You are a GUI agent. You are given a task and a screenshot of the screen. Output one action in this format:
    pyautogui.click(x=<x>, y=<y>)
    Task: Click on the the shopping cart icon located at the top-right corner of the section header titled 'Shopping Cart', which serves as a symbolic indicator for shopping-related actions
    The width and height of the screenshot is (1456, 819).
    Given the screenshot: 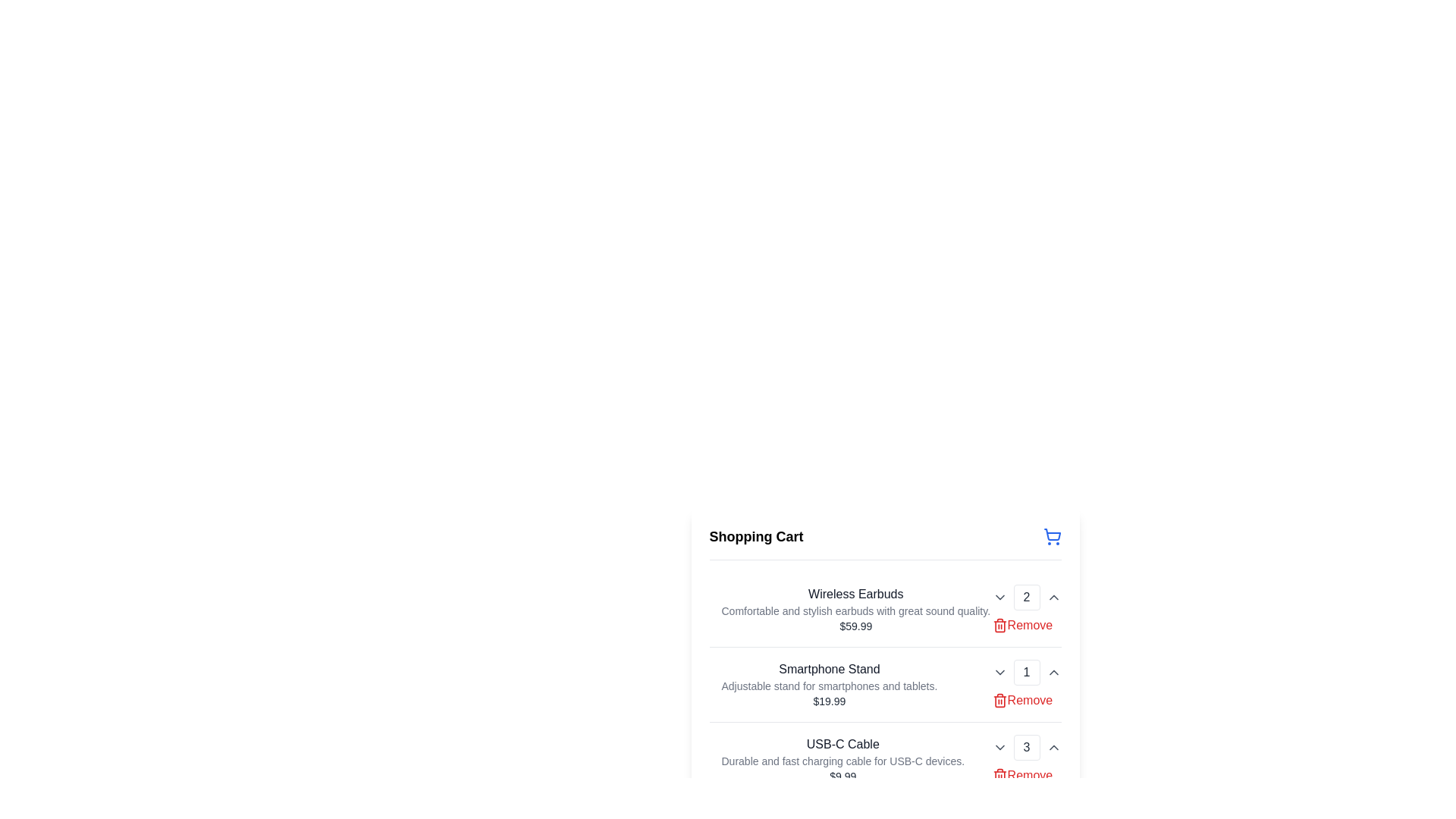 What is the action you would take?
    pyautogui.click(x=1051, y=536)
    